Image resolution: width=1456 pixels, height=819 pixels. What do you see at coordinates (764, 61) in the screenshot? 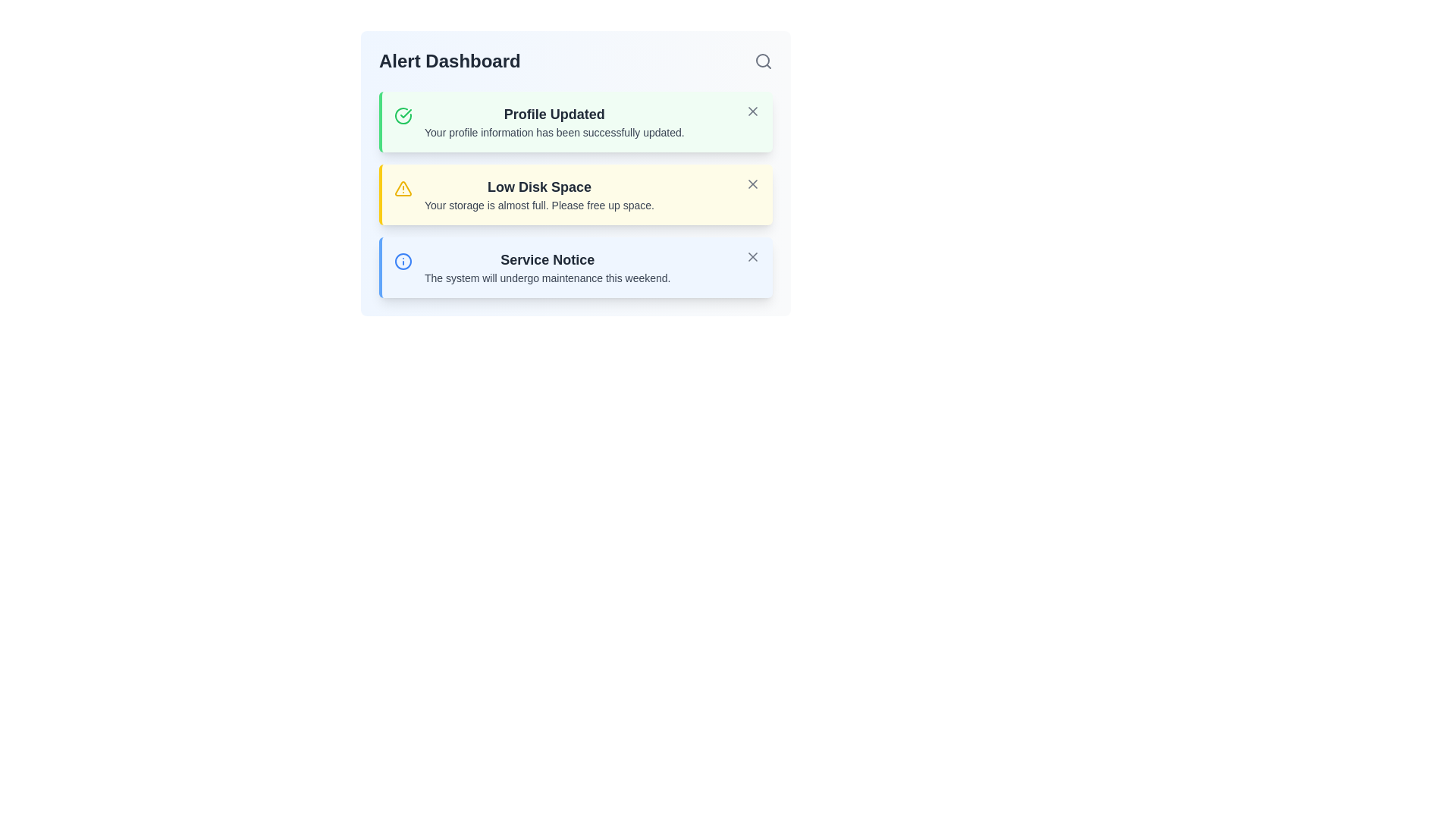
I see `the magnifying glass icon in the top-right corner of the 'Alert Dashboard' section to initiate a search` at bounding box center [764, 61].